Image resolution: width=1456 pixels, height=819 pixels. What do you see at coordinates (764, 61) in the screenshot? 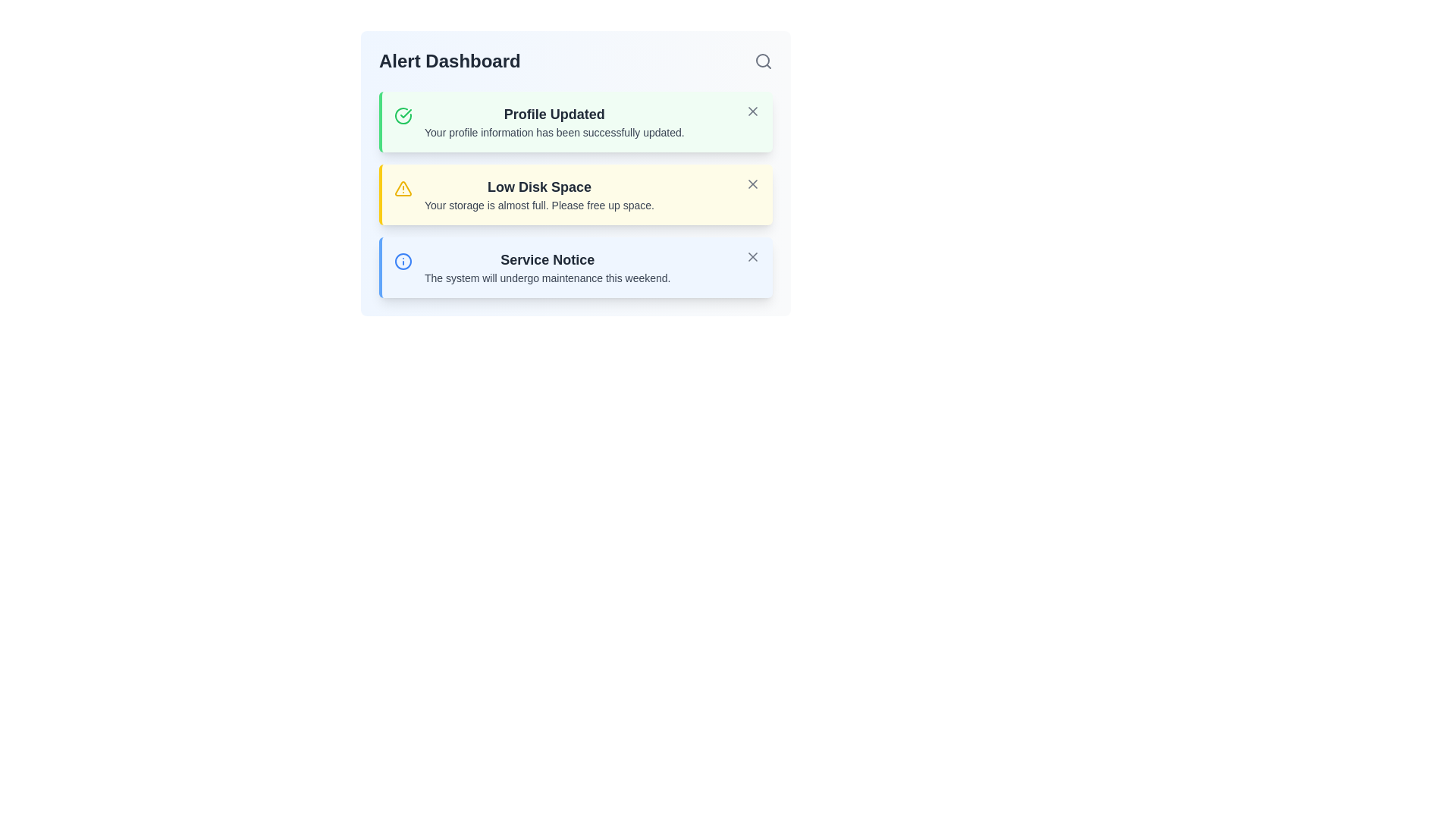
I see `the magnifying glass icon in the top-right corner of the 'Alert Dashboard' section to initiate a search` at bounding box center [764, 61].